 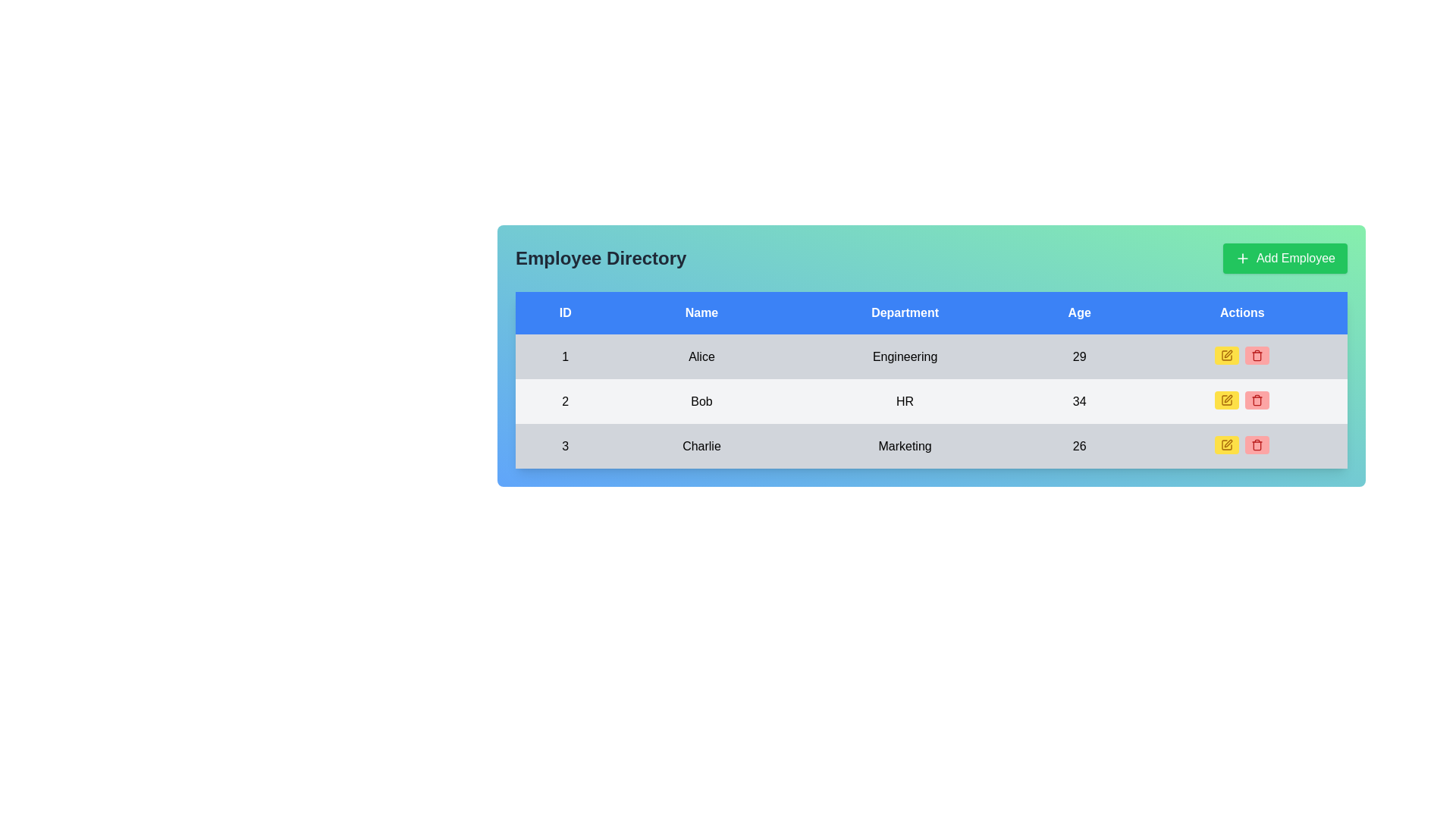 What do you see at coordinates (1228, 353) in the screenshot?
I see `the yellow pen icon in the 'Actions' column of the first row in the data table` at bounding box center [1228, 353].